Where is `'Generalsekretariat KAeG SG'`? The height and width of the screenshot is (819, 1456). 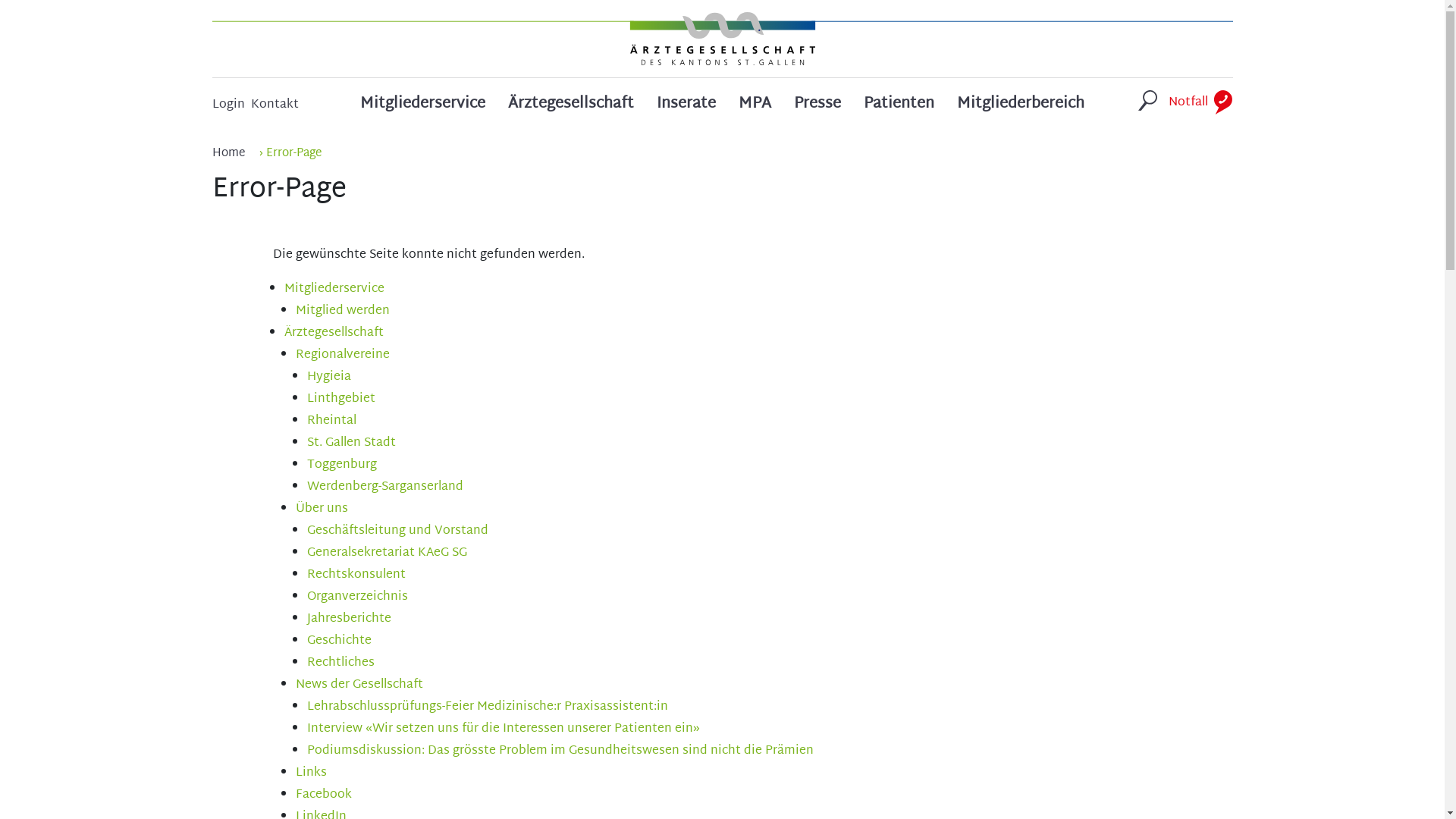 'Generalsekretariat KAeG SG' is located at coordinates (386, 553).